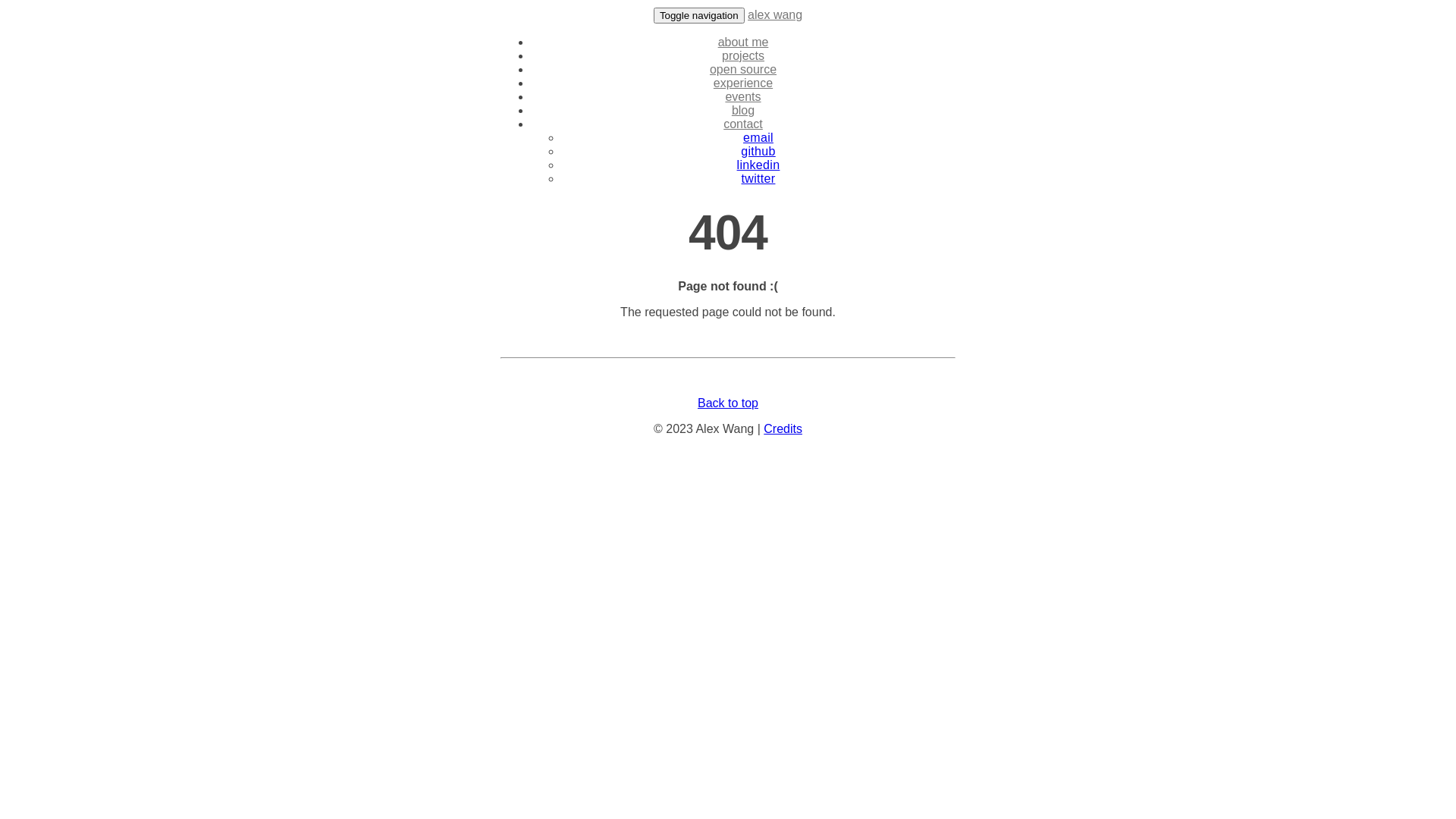  I want to click on 'events', so click(723, 96).